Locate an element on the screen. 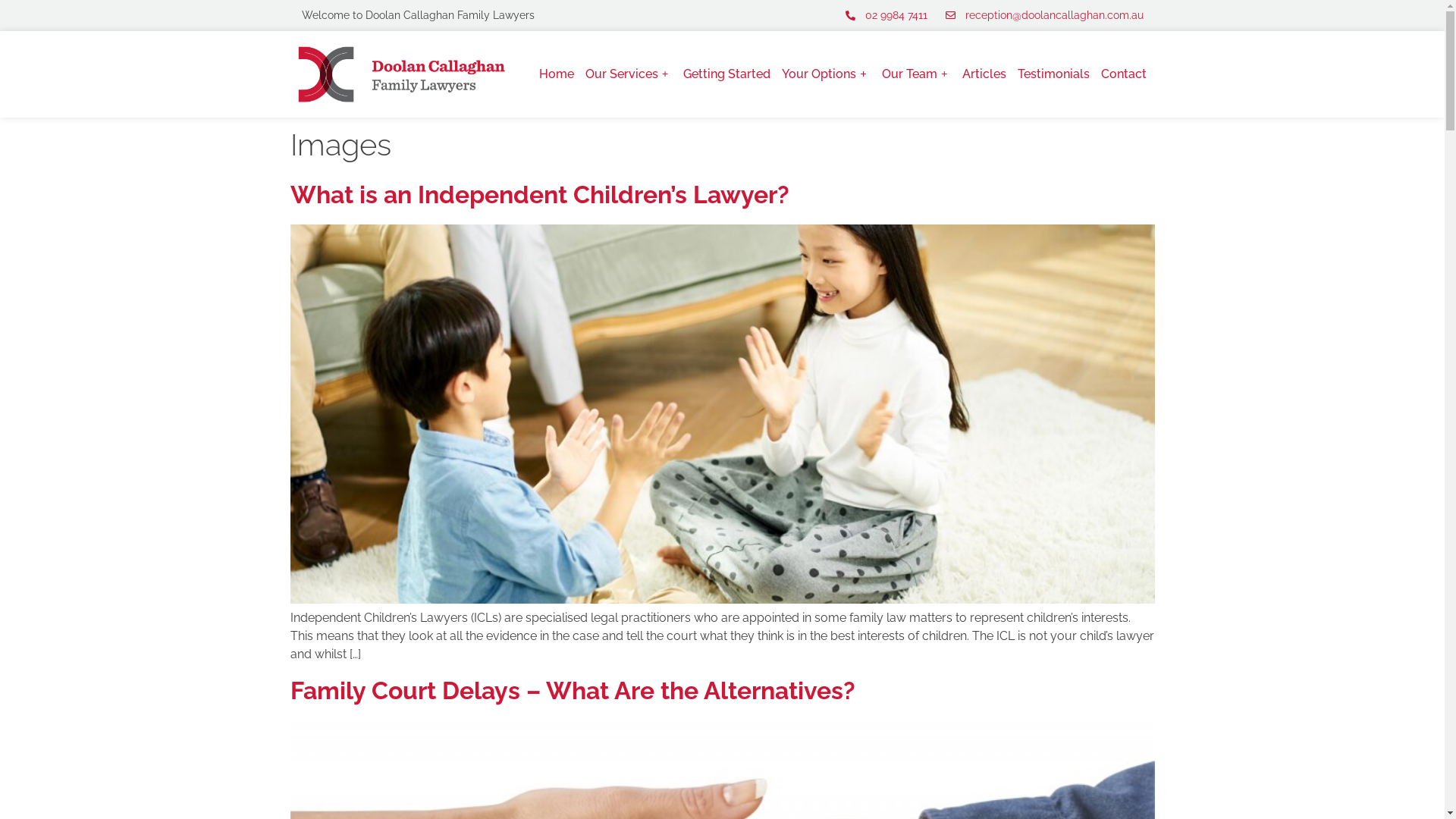  'Contact' is located at coordinates (1124, 74).